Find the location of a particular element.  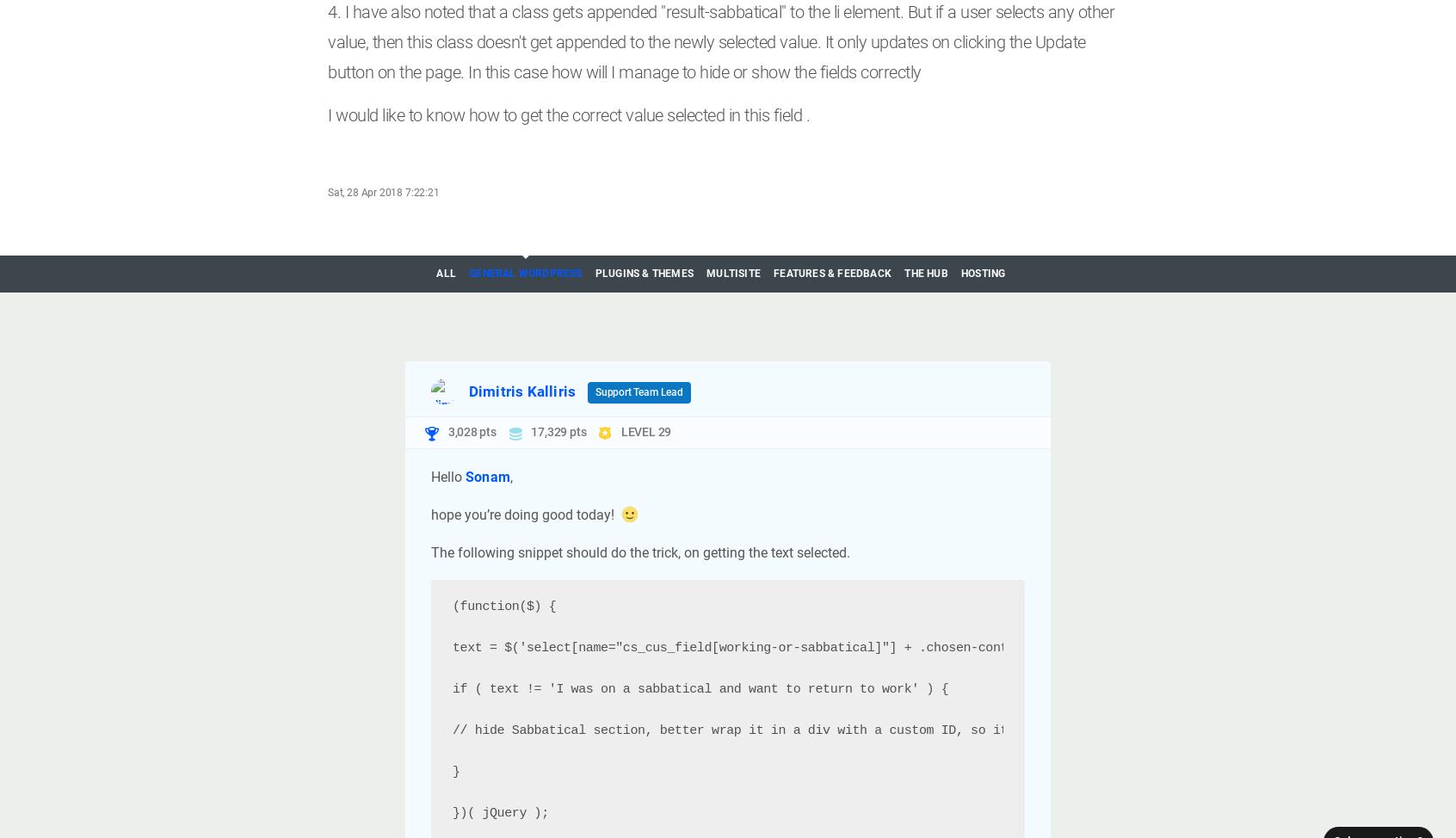

'Plugins & Themes' is located at coordinates (643, 272).